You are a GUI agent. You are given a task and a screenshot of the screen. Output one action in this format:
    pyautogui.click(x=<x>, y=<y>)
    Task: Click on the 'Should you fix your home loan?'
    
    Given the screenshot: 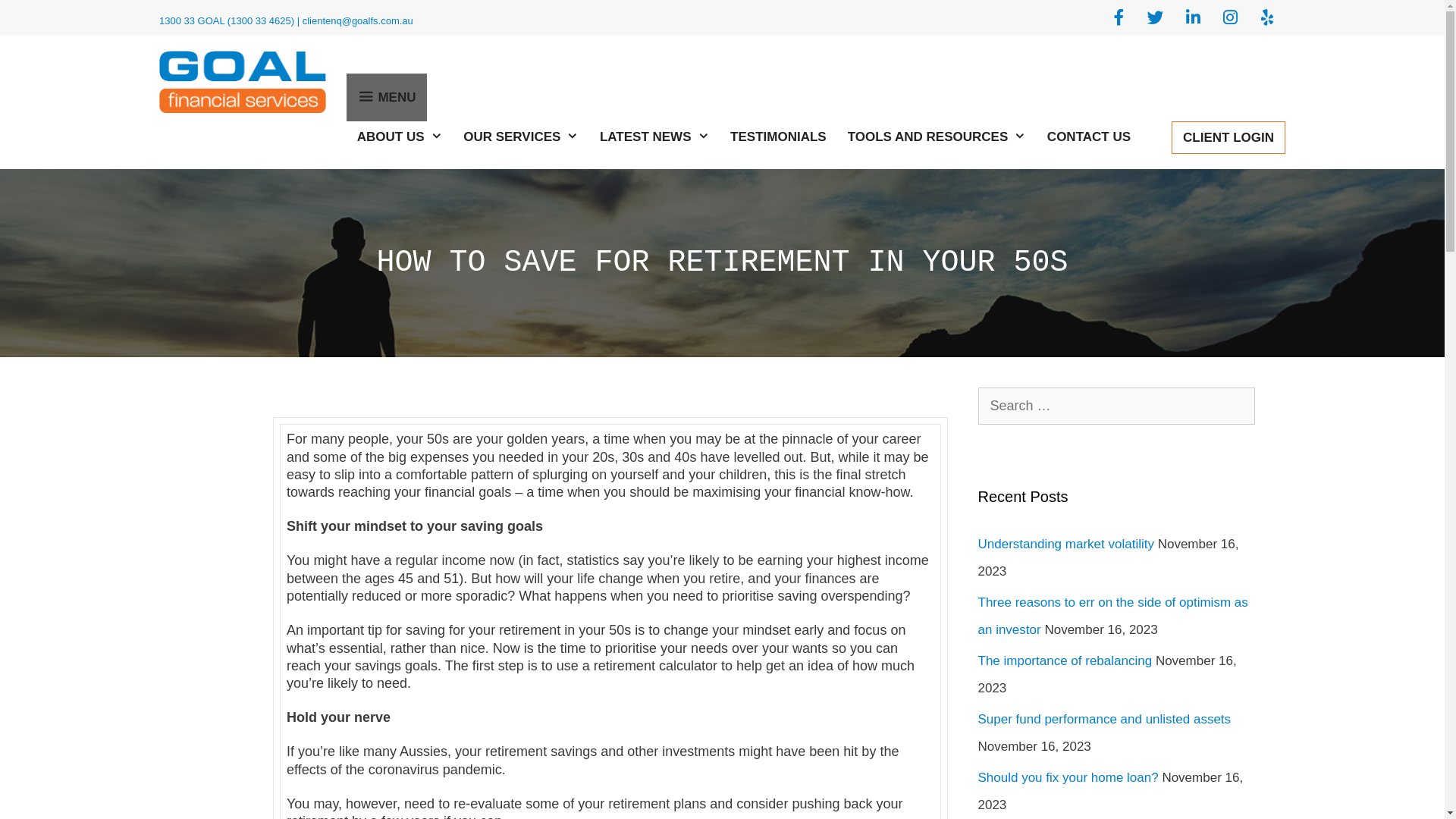 What is the action you would take?
    pyautogui.click(x=1068, y=777)
    